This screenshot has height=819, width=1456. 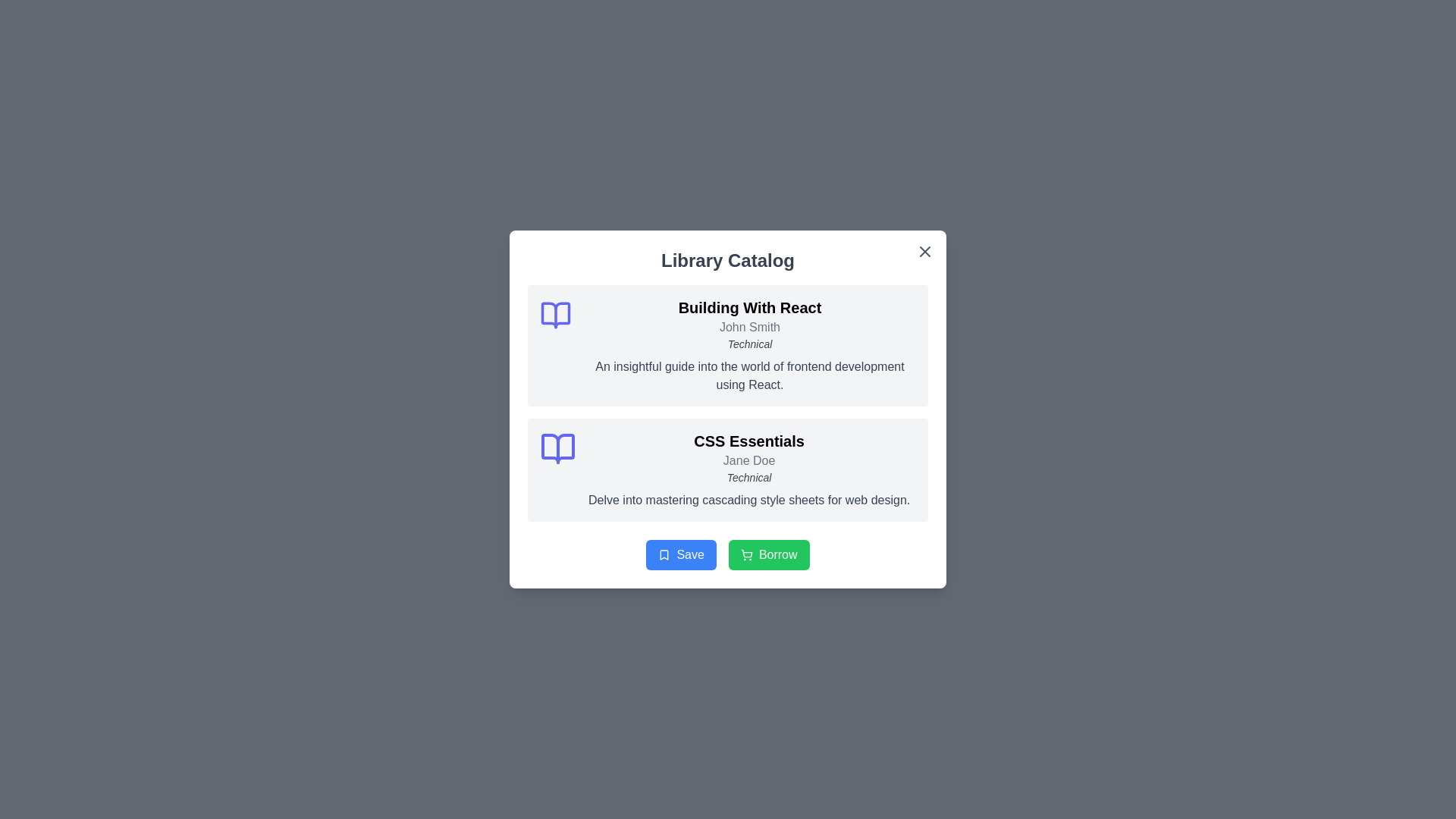 What do you see at coordinates (749, 327) in the screenshot?
I see `the text label element displaying 'John Smith', which is positioned below the title 'Building With React'` at bounding box center [749, 327].